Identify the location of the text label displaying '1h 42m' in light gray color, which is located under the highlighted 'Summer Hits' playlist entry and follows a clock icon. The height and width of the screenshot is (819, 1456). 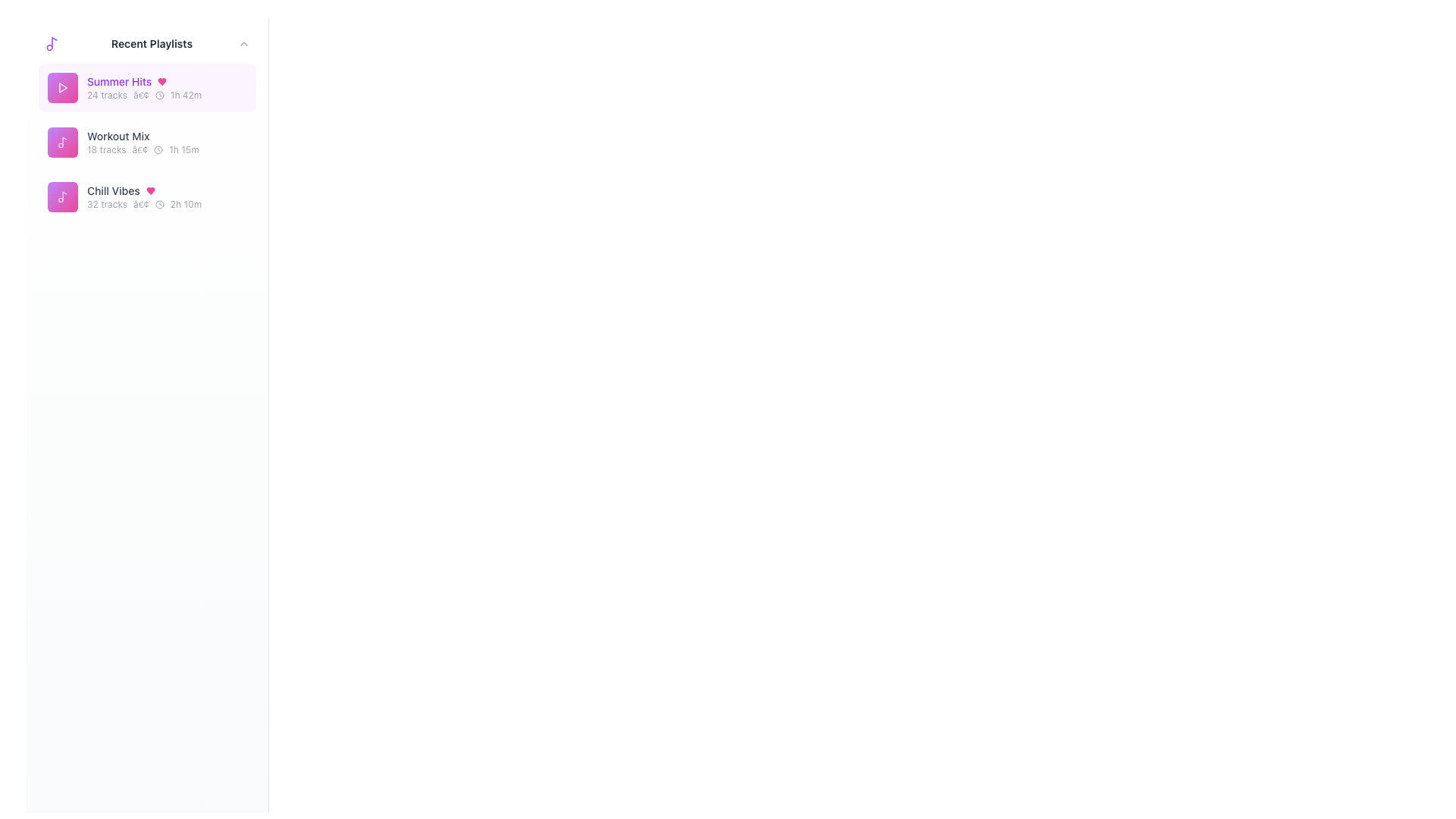
(185, 96).